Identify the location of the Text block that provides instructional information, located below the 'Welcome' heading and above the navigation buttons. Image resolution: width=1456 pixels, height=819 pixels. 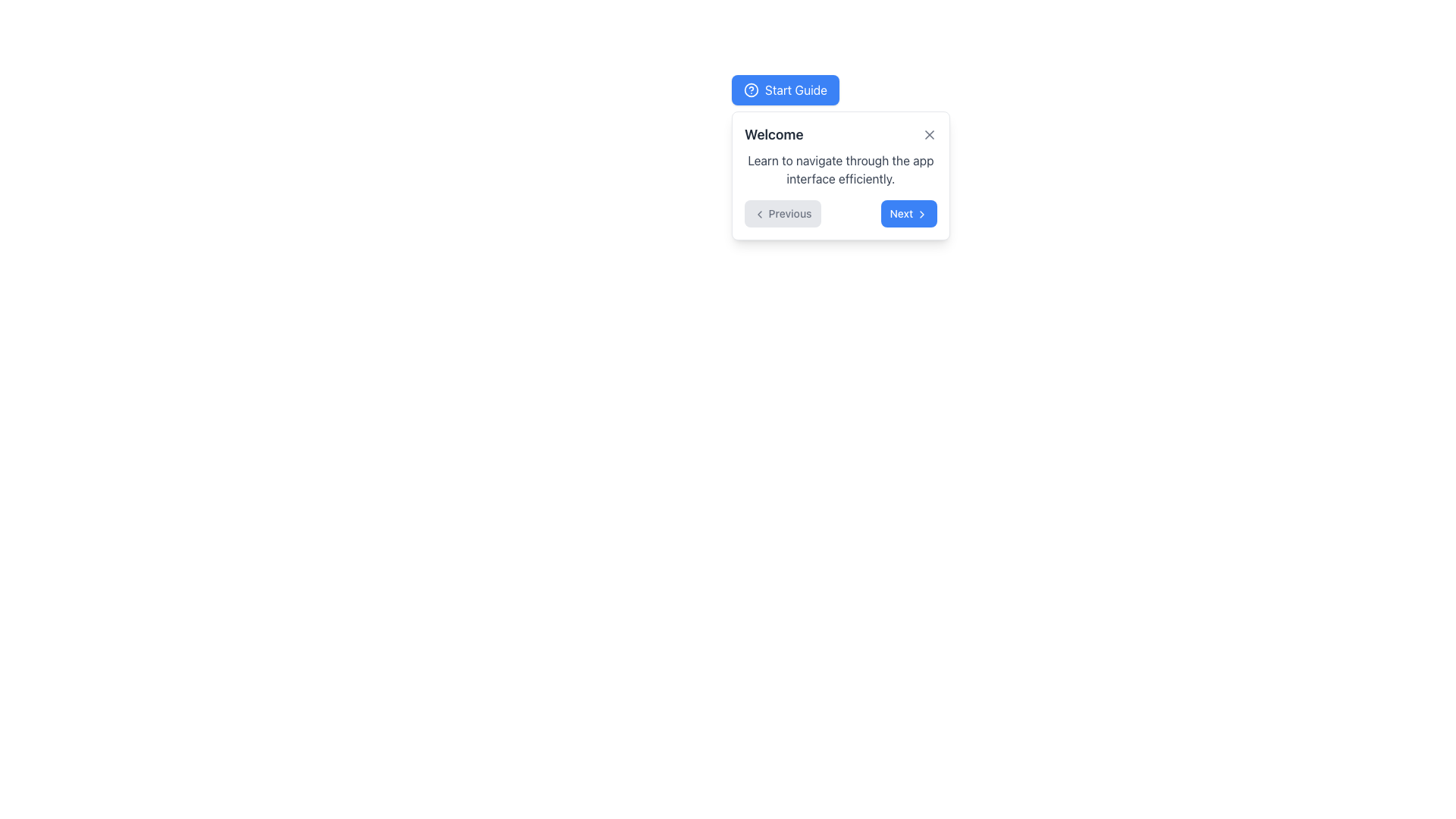
(839, 169).